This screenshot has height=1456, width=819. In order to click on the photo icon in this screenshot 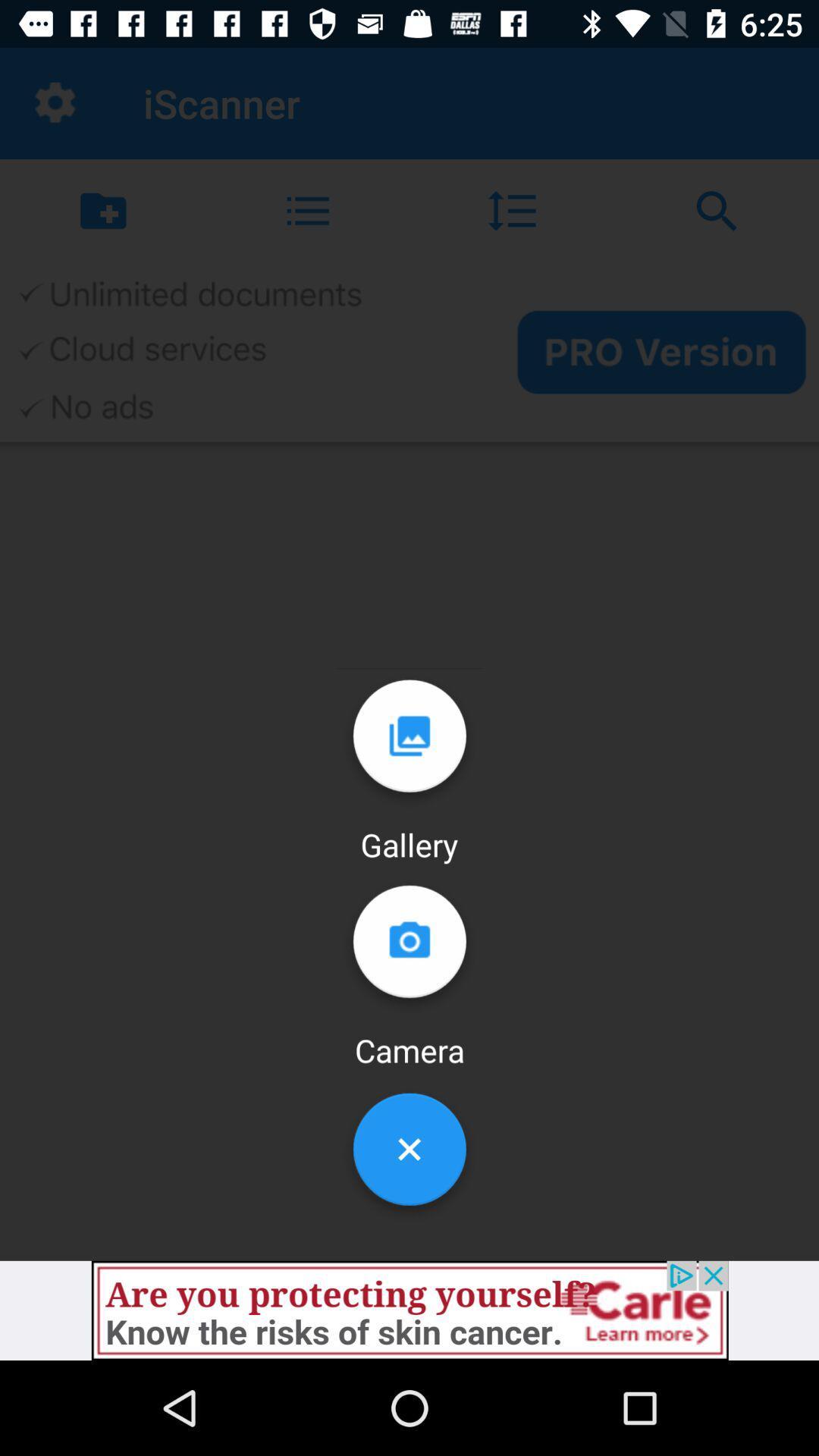, I will do `click(409, 948)`.